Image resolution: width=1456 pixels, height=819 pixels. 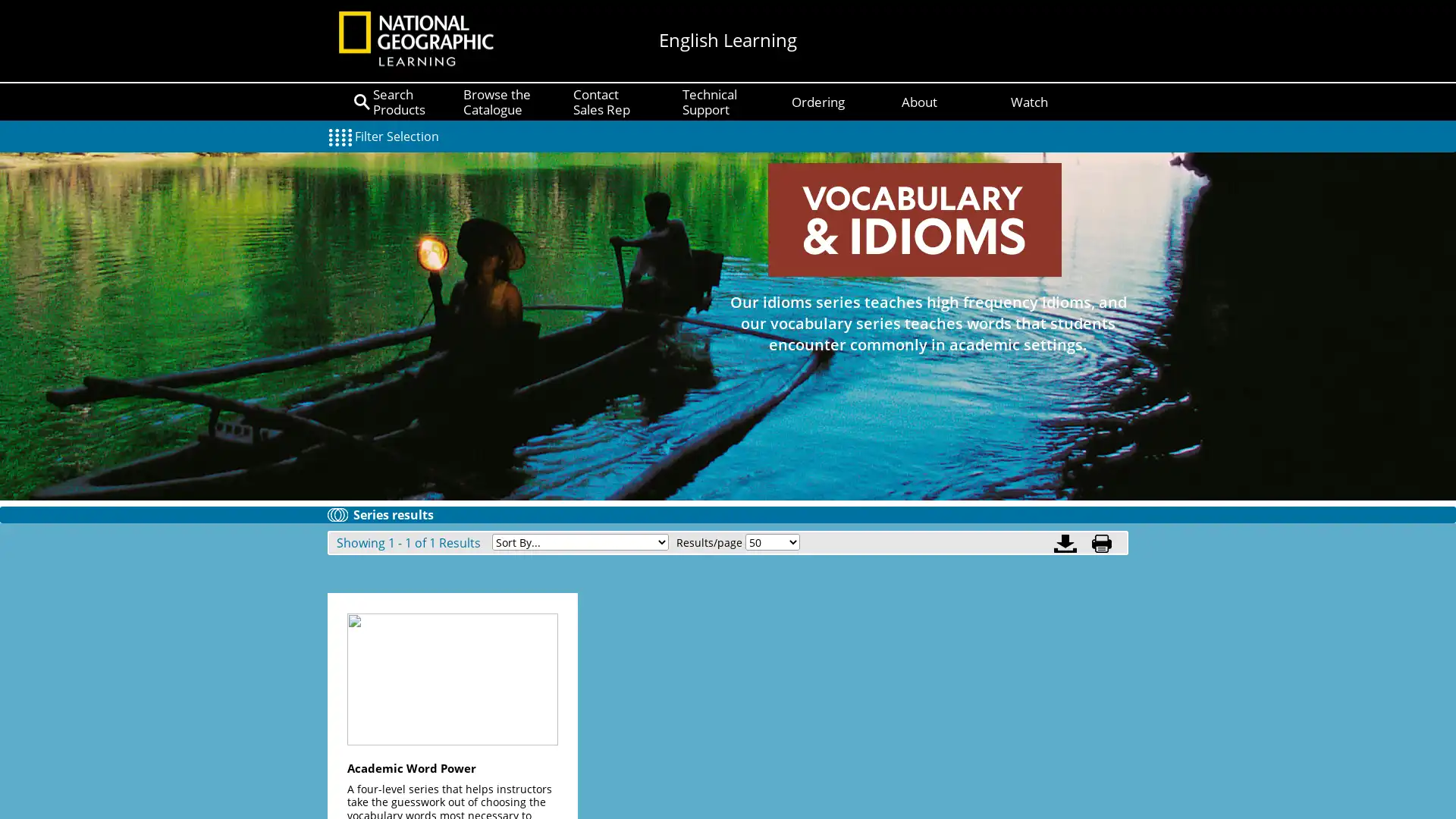 I want to click on Filter Selection, so click(x=384, y=136).